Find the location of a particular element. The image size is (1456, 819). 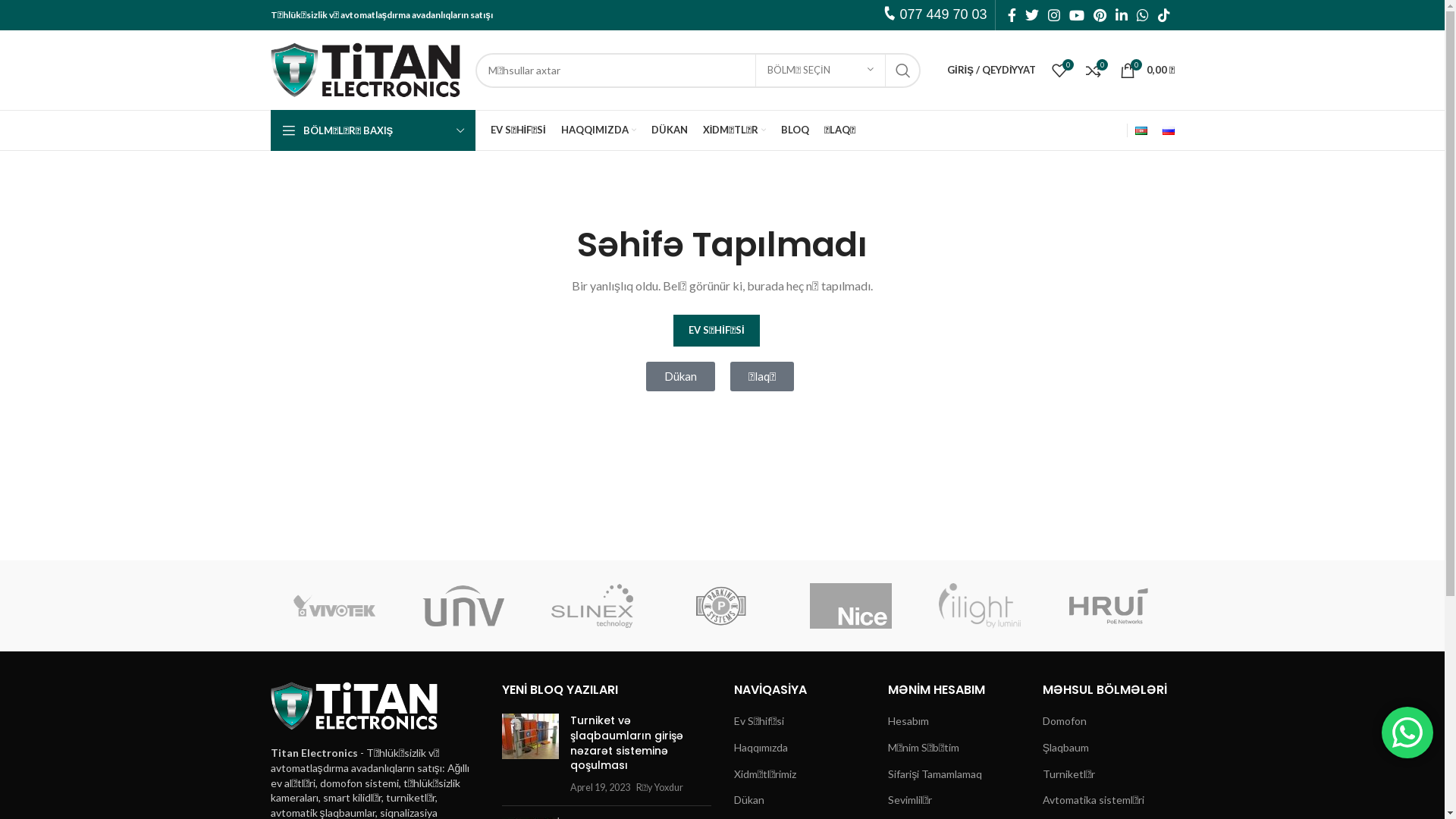

'BLOQ' is located at coordinates (794, 130).